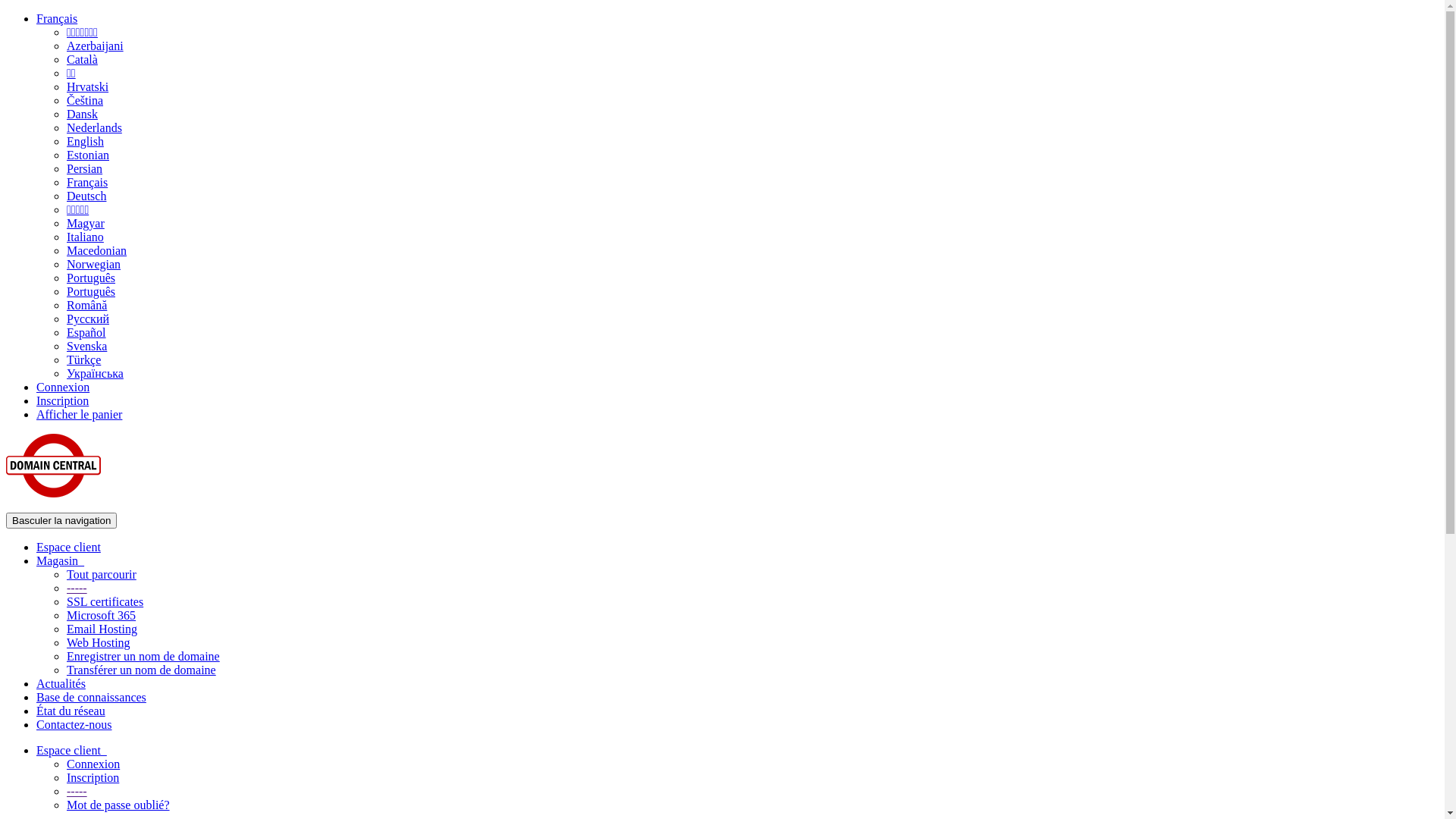  What do you see at coordinates (94, 45) in the screenshot?
I see `'Azerbaijani'` at bounding box center [94, 45].